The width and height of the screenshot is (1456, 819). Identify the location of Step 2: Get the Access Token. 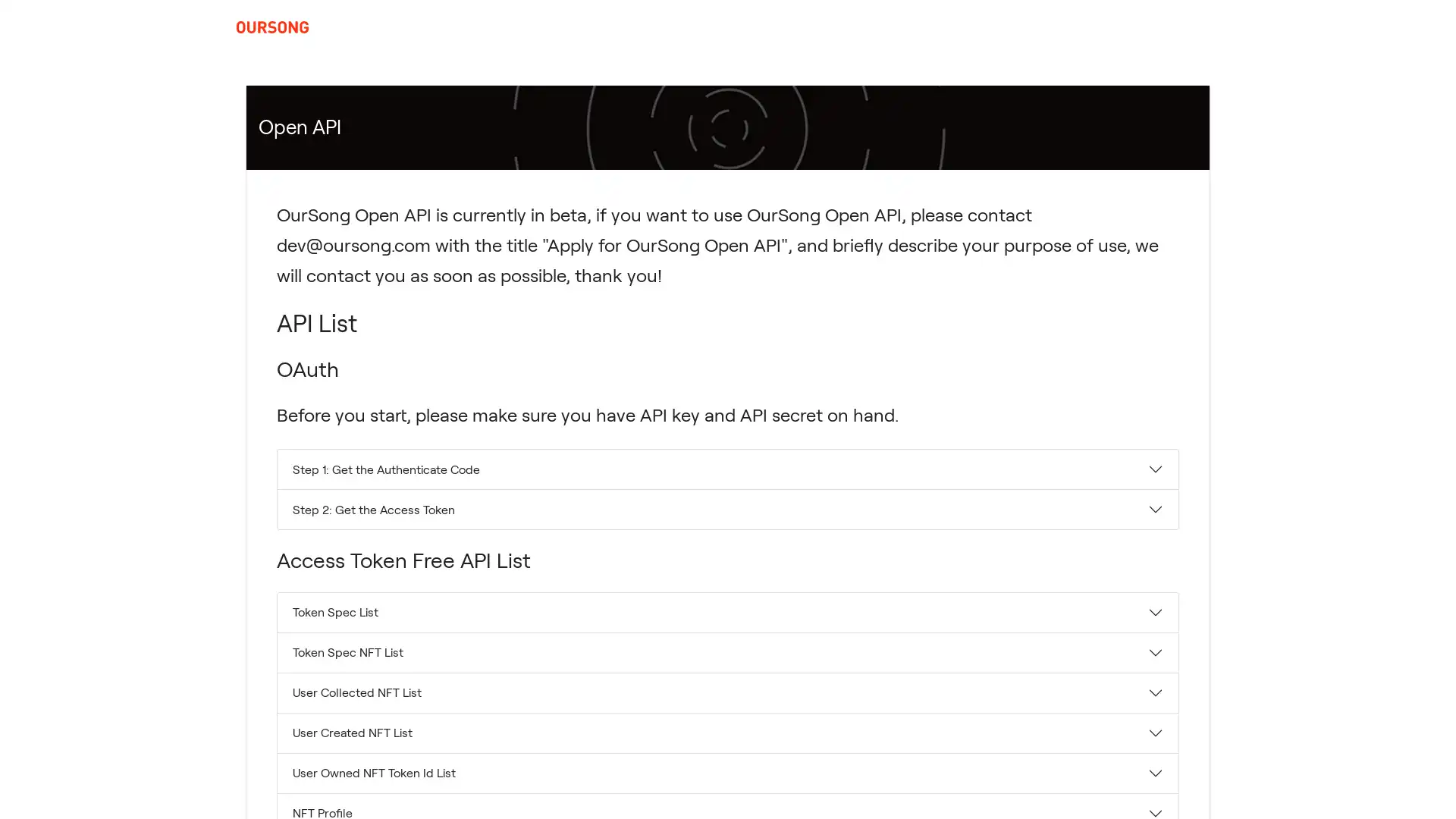
(728, 509).